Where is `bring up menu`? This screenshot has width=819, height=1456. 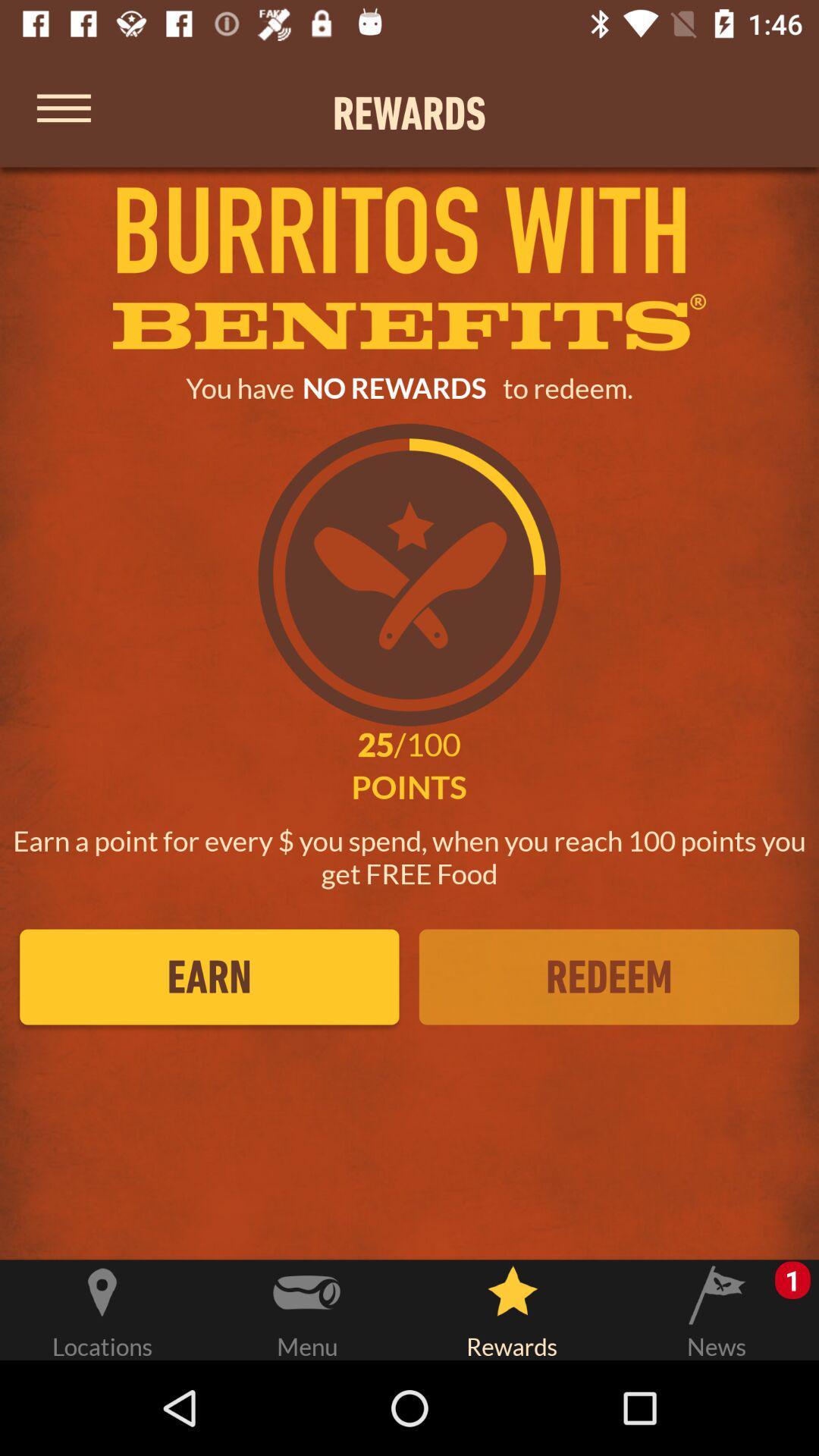
bring up menu is located at coordinates (63, 112).